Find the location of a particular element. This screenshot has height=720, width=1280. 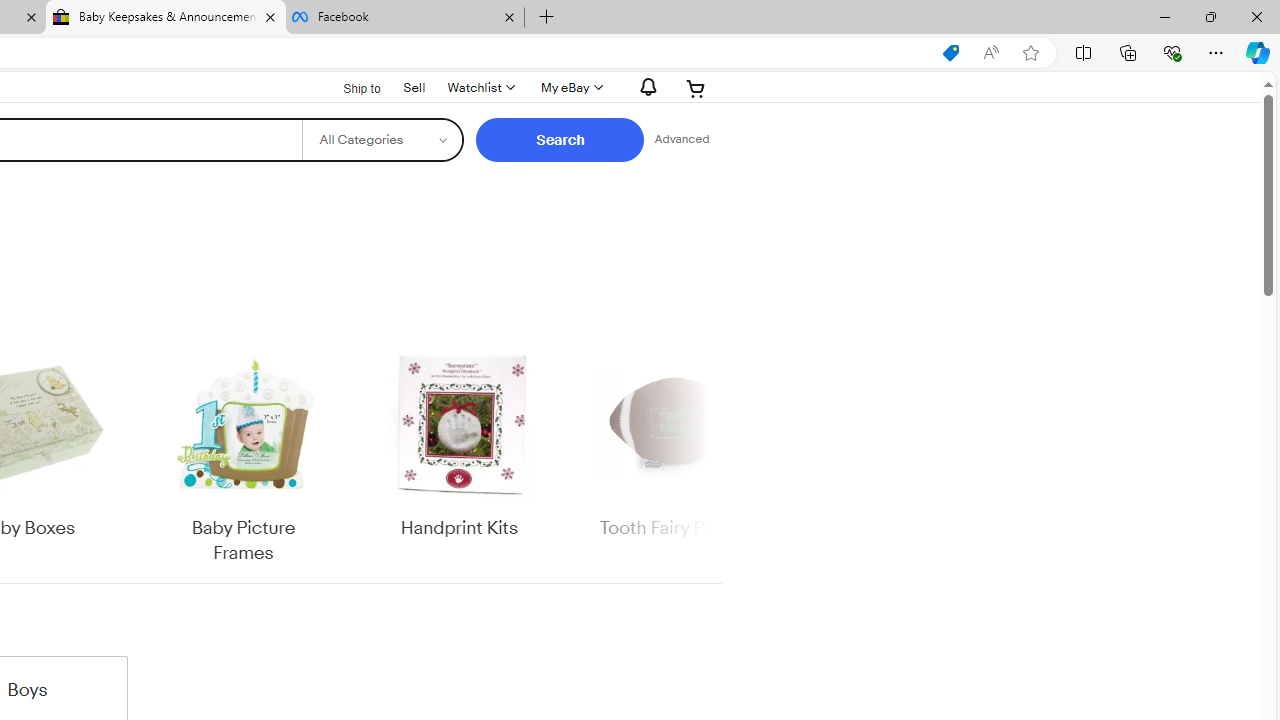

'Advanced Search' is located at coordinates (681, 139).